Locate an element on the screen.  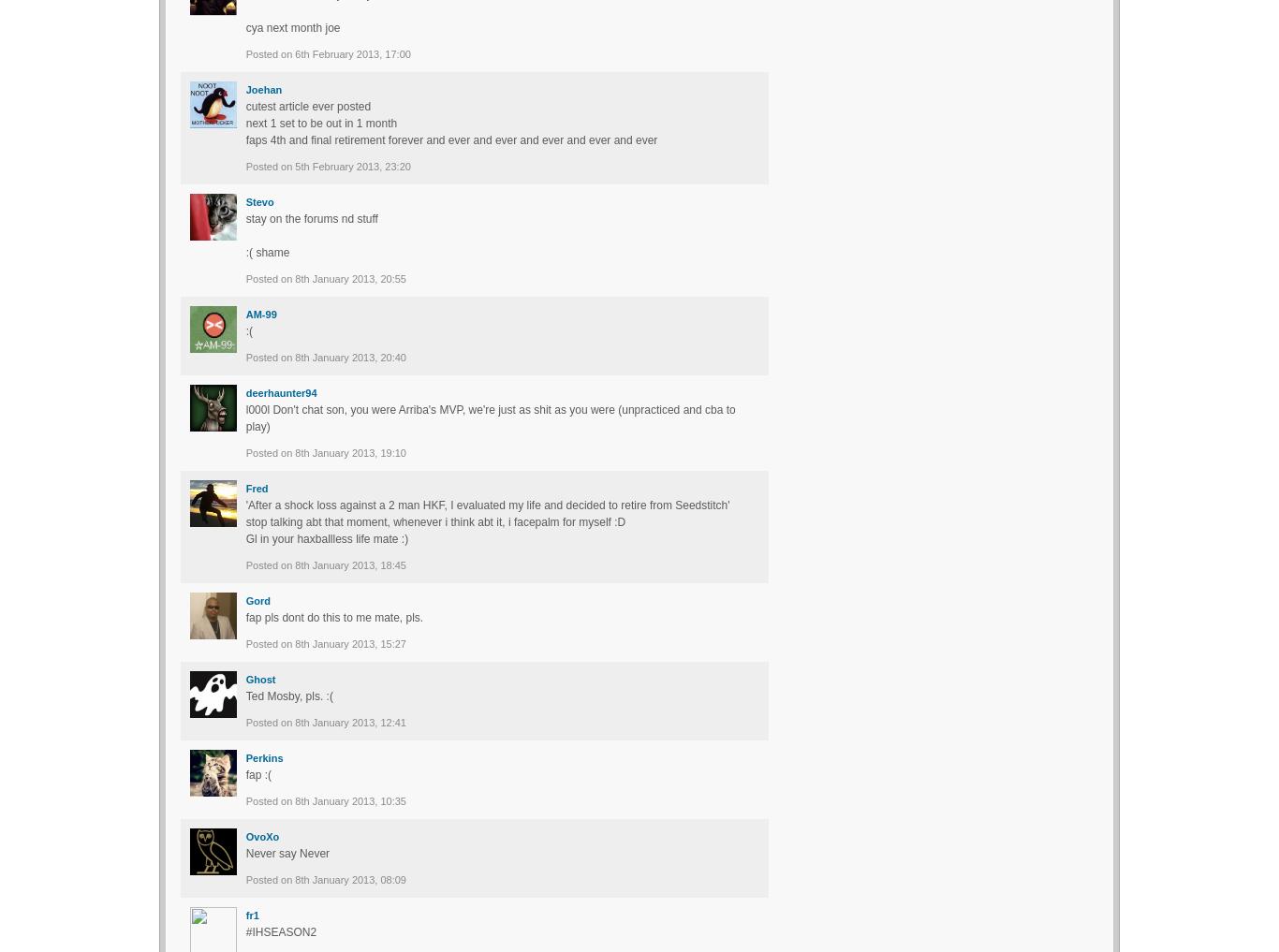
'AM-99' is located at coordinates (260, 315).